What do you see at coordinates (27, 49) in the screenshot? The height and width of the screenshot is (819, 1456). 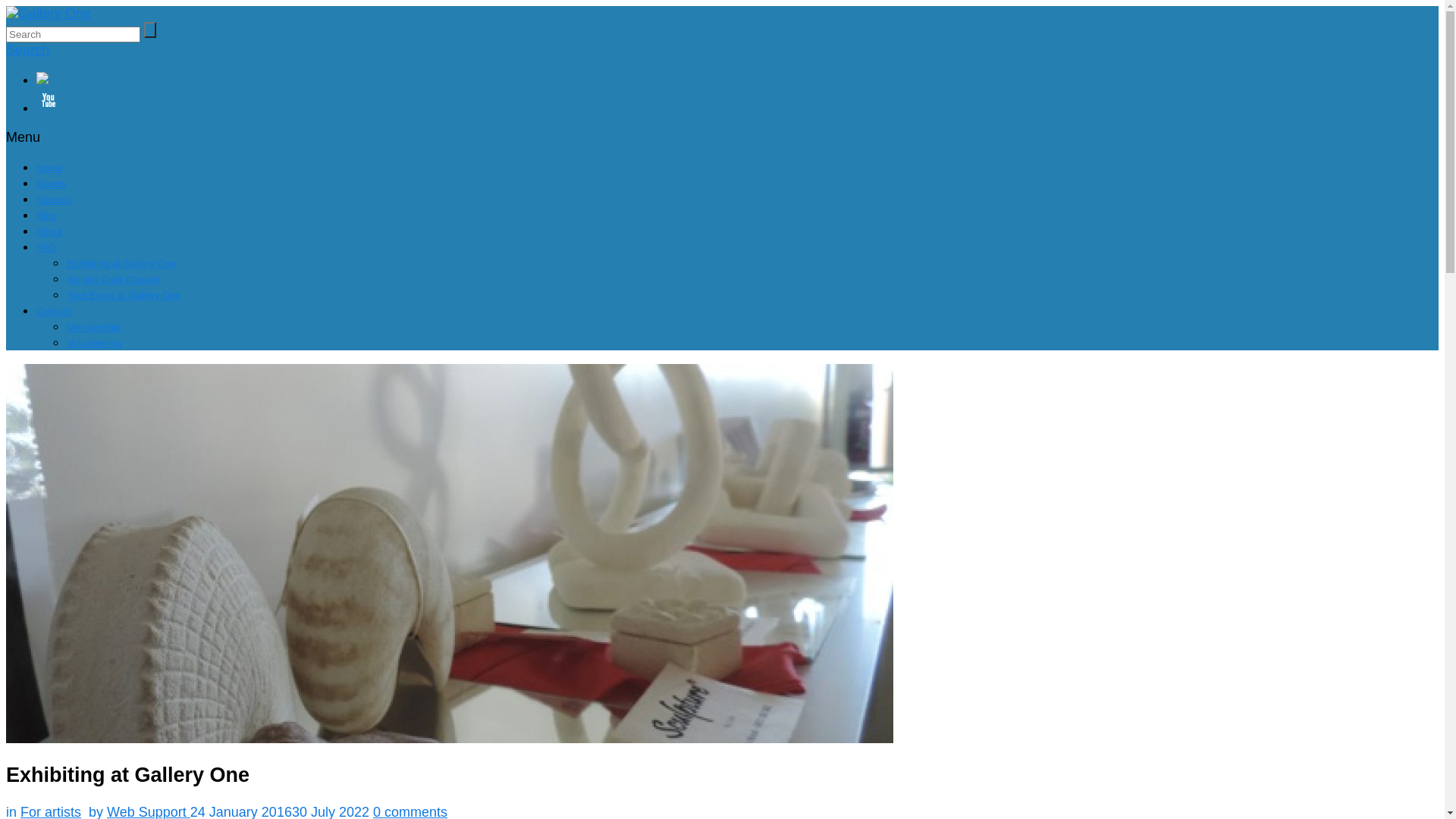 I see `'Search'` at bounding box center [27, 49].